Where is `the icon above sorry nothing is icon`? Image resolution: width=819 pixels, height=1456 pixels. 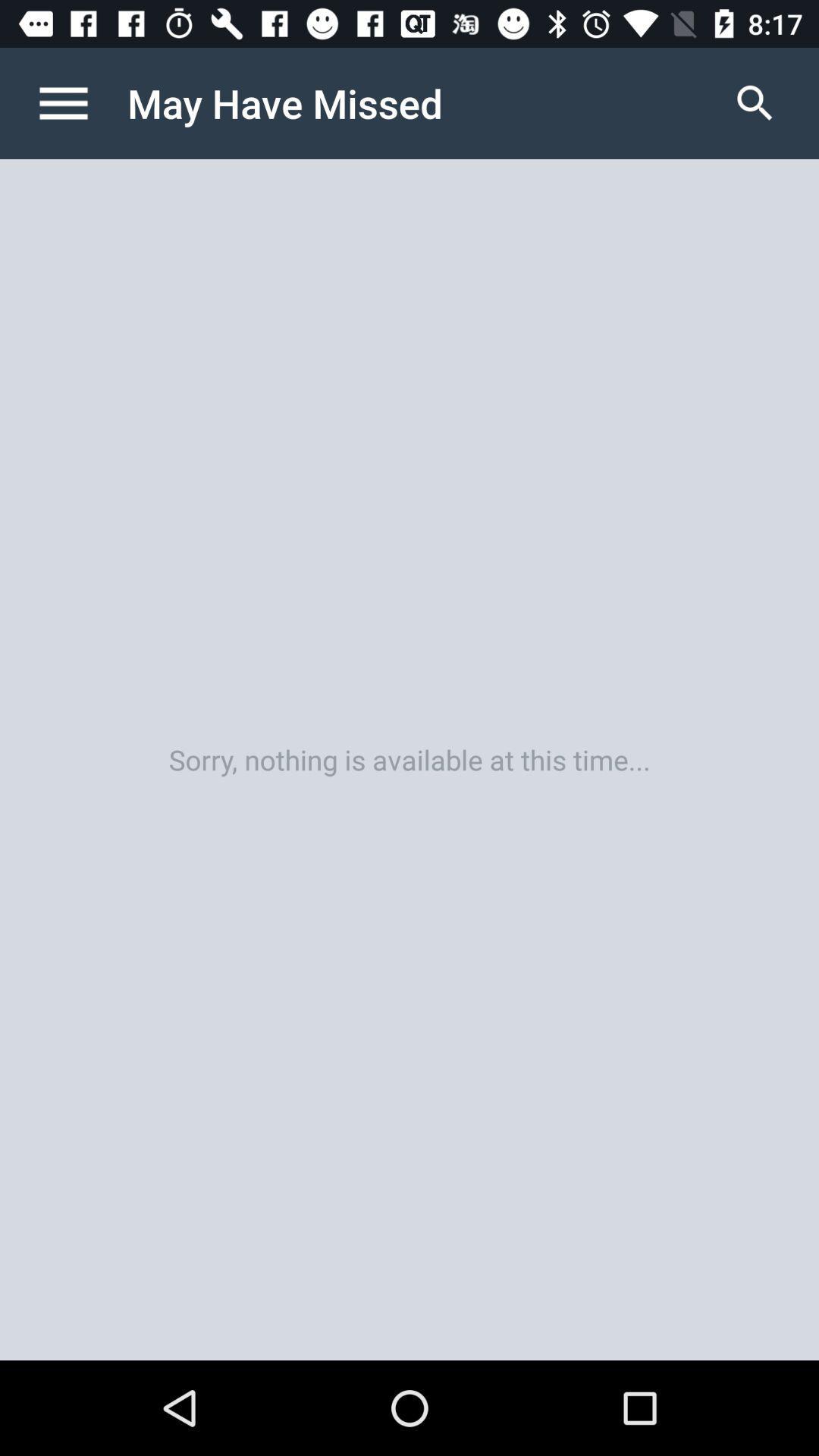 the icon above sorry nothing is icon is located at coordinates (755, 102).